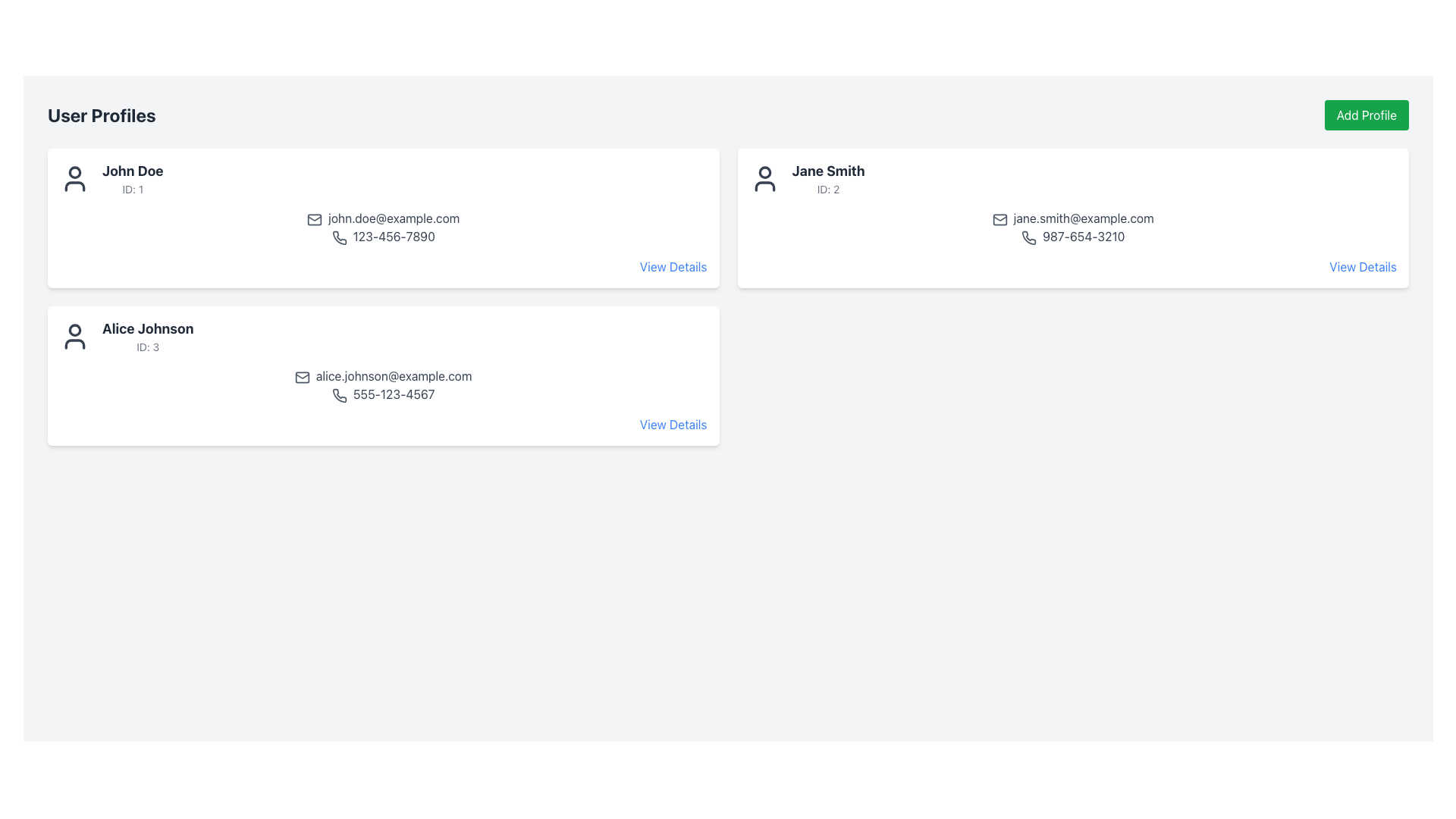 The image size is (1456, 819). I want to click on the user name text label in the upper-right user profile card, which is positioned to the right of the avatar icon and above the 'ID: 2' label, so click(827, 171).